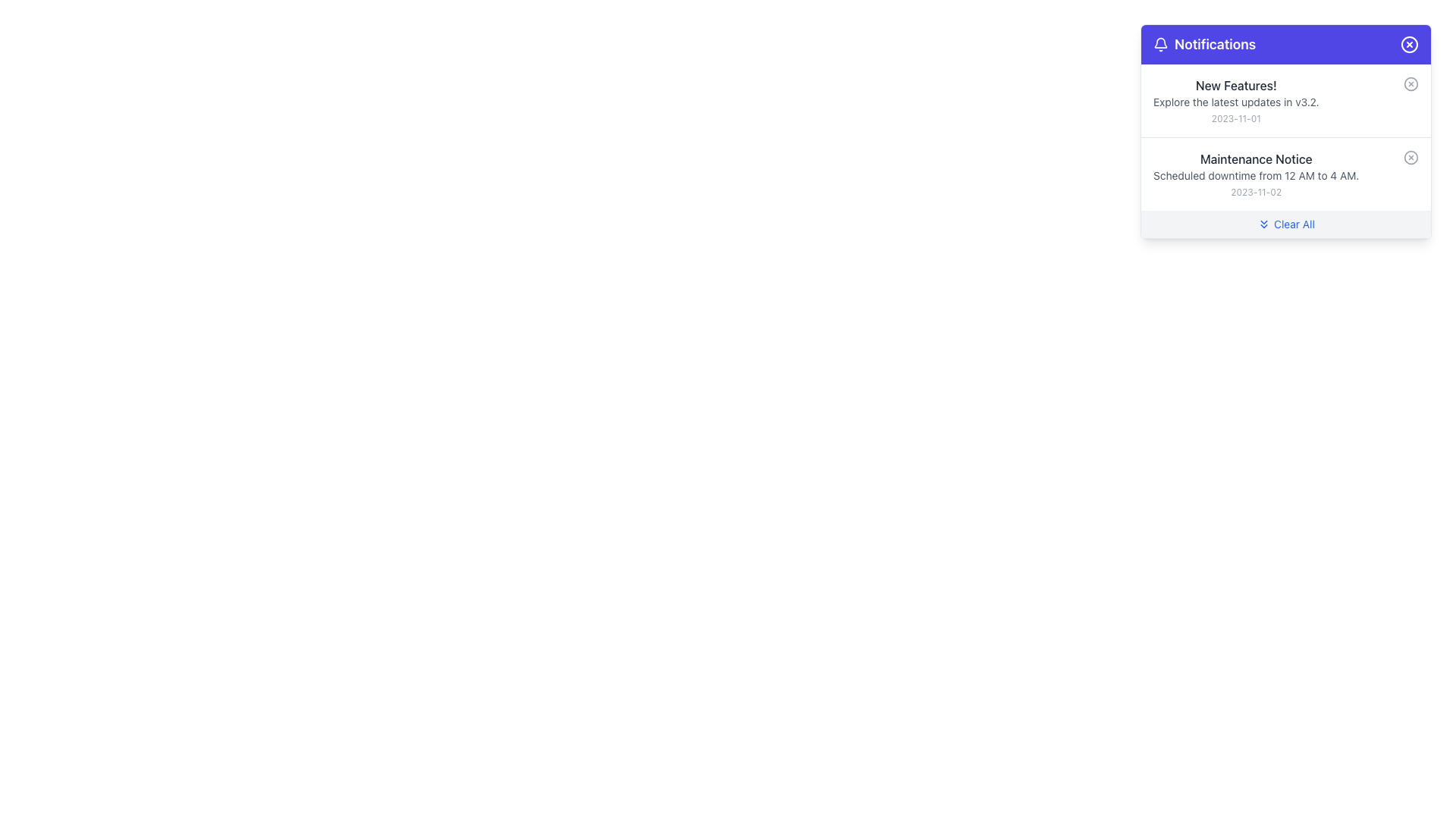 Image resolution: width=1456 pixels, height=819 pixels. I want to click on the non-interactive text label with icon that serves as the title of the notifications panel, located at the top left of the notification popup, so click(1203, 43).